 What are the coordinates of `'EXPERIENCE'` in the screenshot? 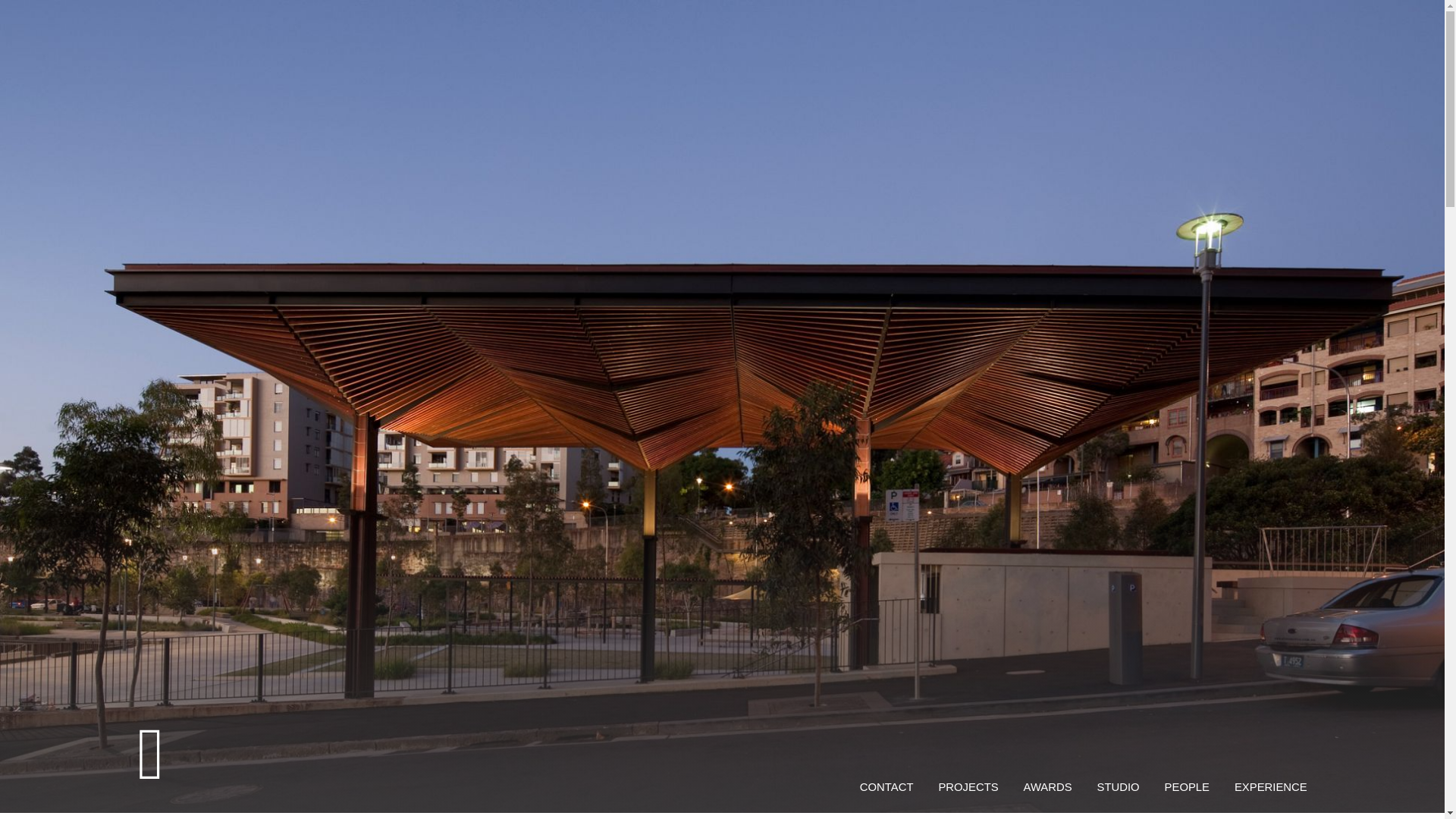 It's located at (1270, 786).